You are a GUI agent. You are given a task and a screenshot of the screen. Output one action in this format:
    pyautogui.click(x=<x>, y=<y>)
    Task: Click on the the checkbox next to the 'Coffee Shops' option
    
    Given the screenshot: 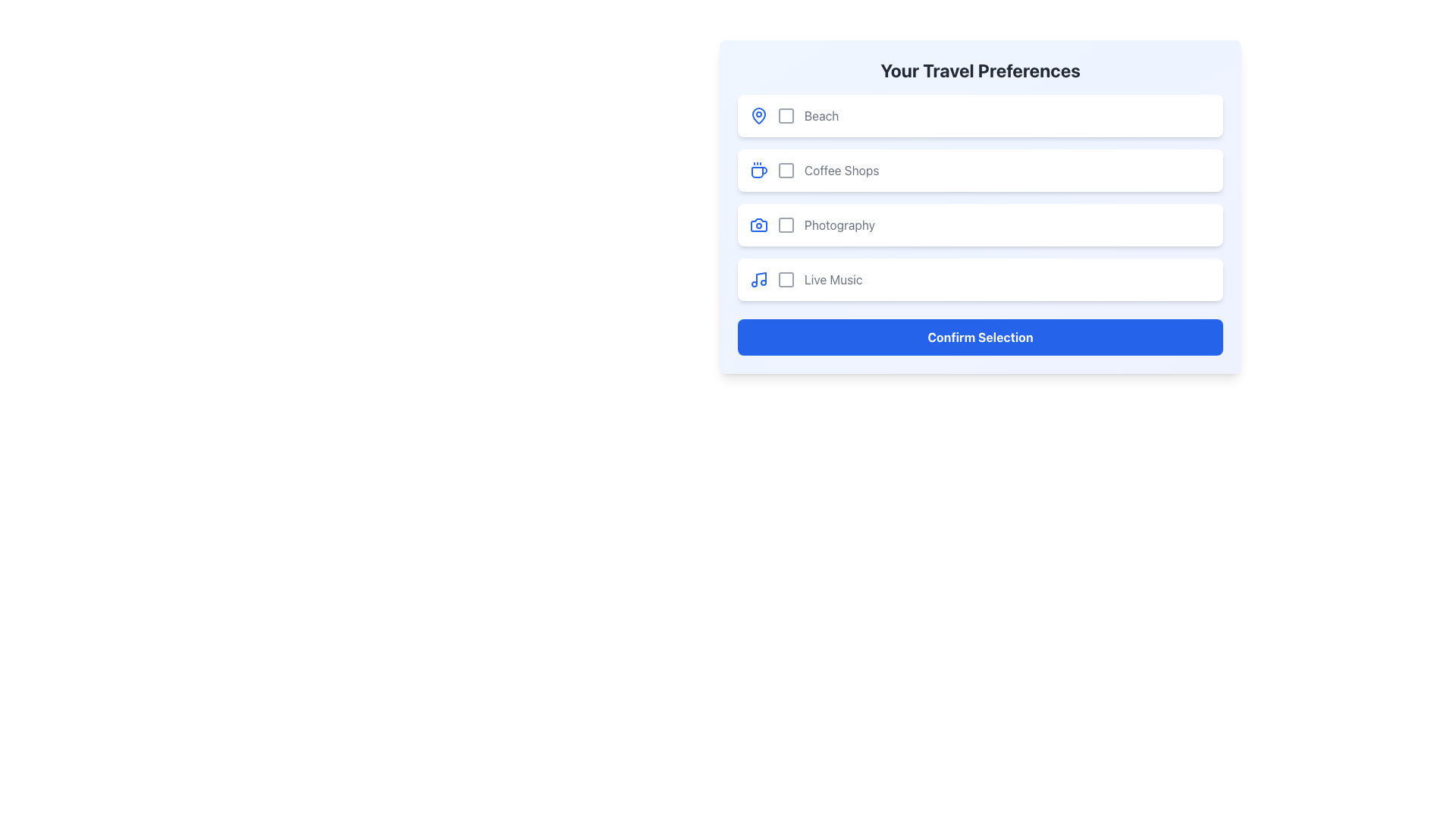 What is the action you would take?
    pyautogui.click(x=980, y=170)
    